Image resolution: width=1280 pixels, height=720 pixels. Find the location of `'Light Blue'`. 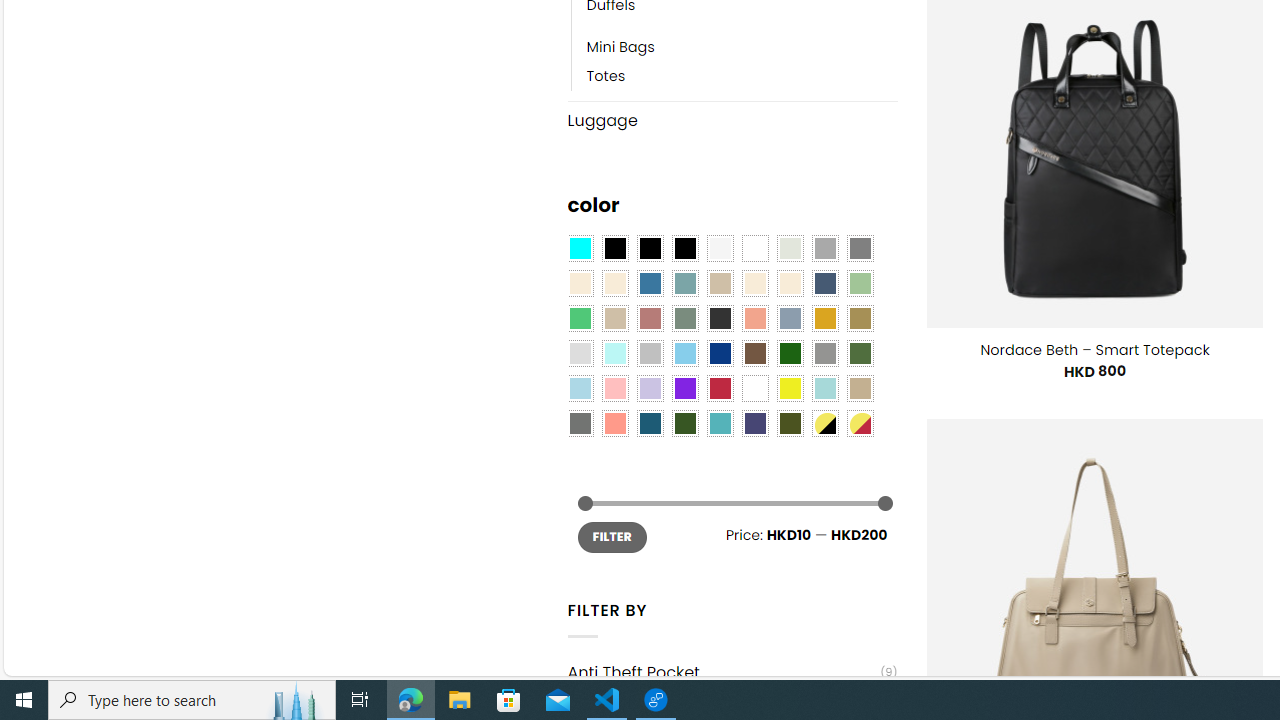

'Light Blue' is located at coordinates (578, 388).